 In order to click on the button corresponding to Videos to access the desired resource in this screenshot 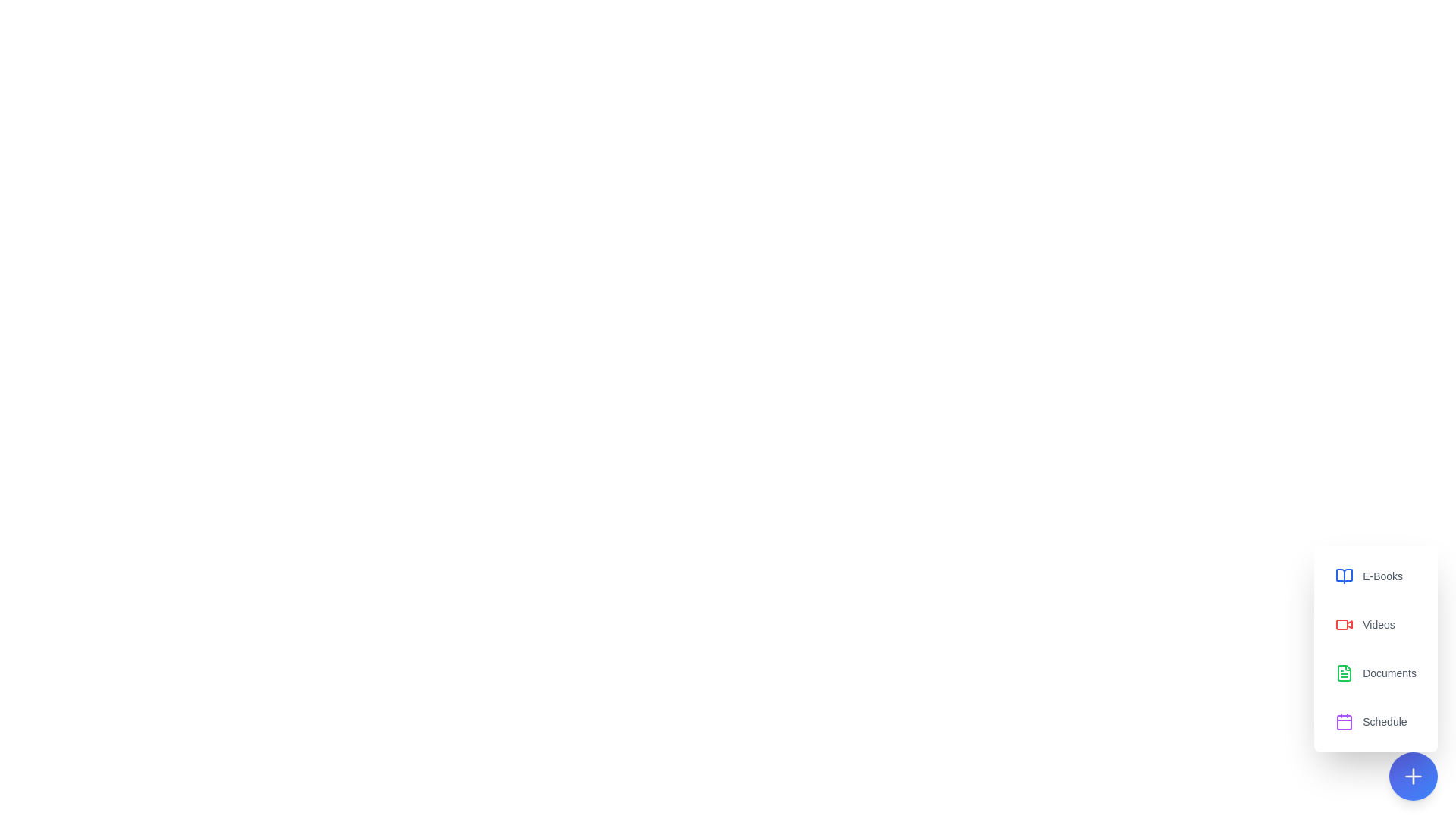, I will do `click(1376, 625)`.